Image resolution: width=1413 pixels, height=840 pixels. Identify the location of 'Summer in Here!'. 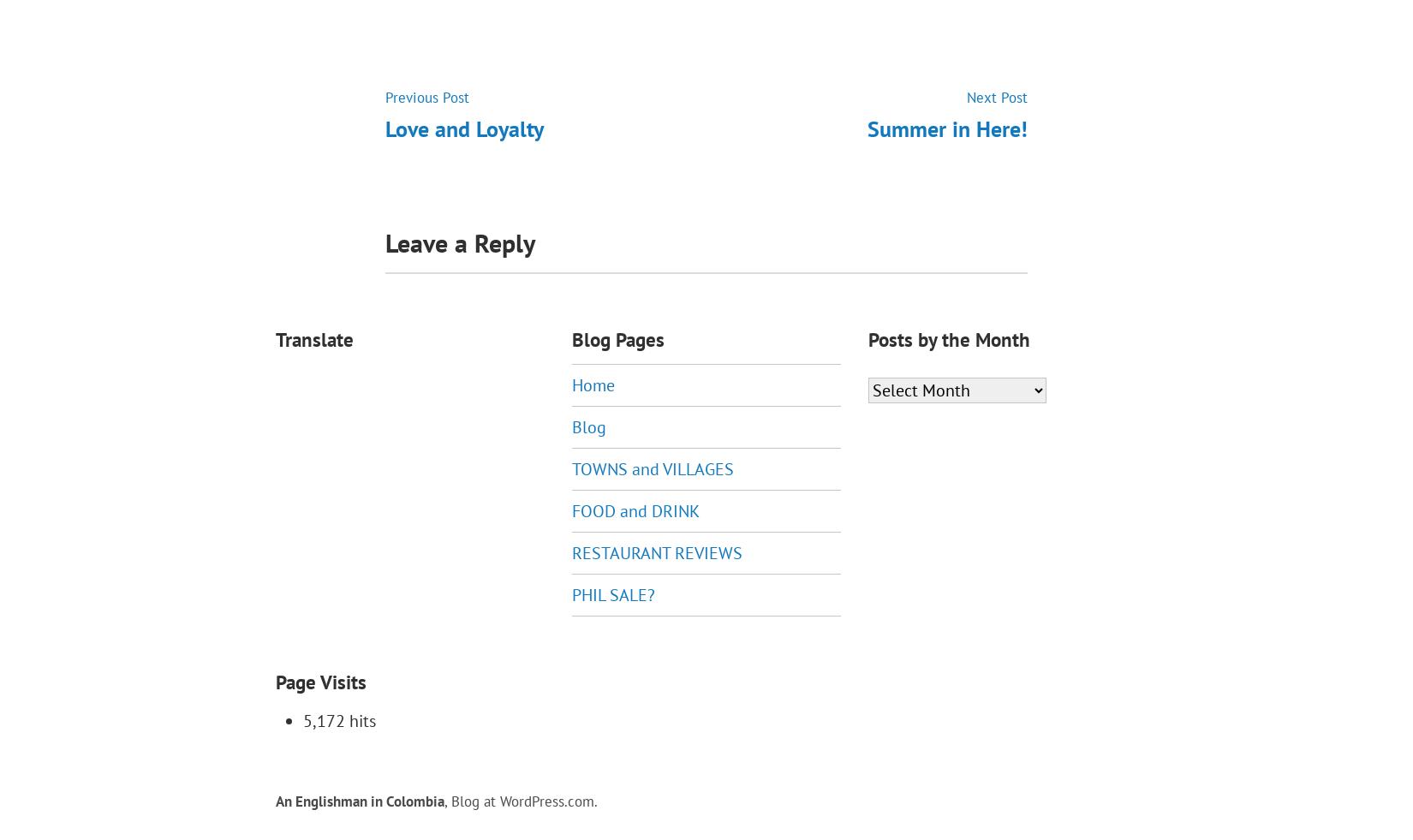
(947, 127).